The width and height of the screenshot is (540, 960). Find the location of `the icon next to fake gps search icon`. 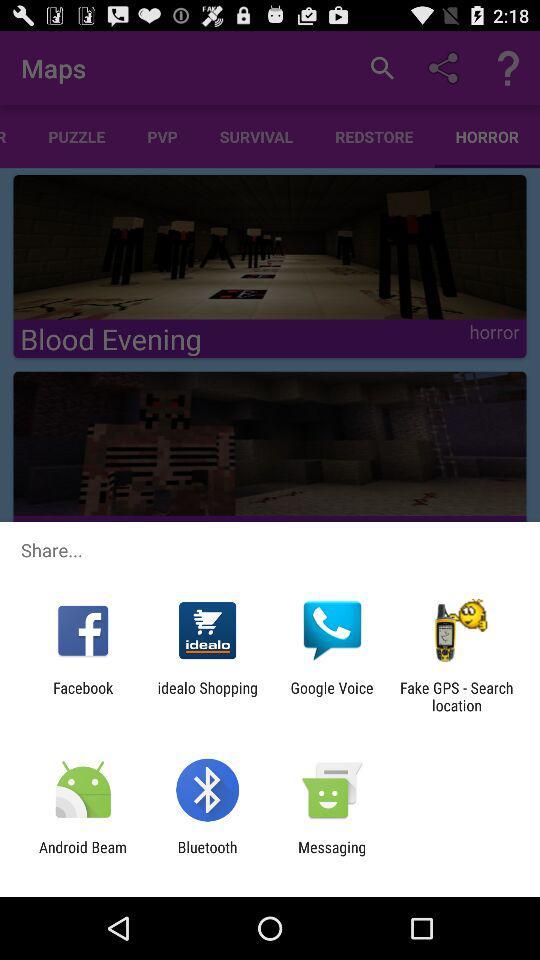

the icon next to fake gps search icon is located at coordinates (332, 696).